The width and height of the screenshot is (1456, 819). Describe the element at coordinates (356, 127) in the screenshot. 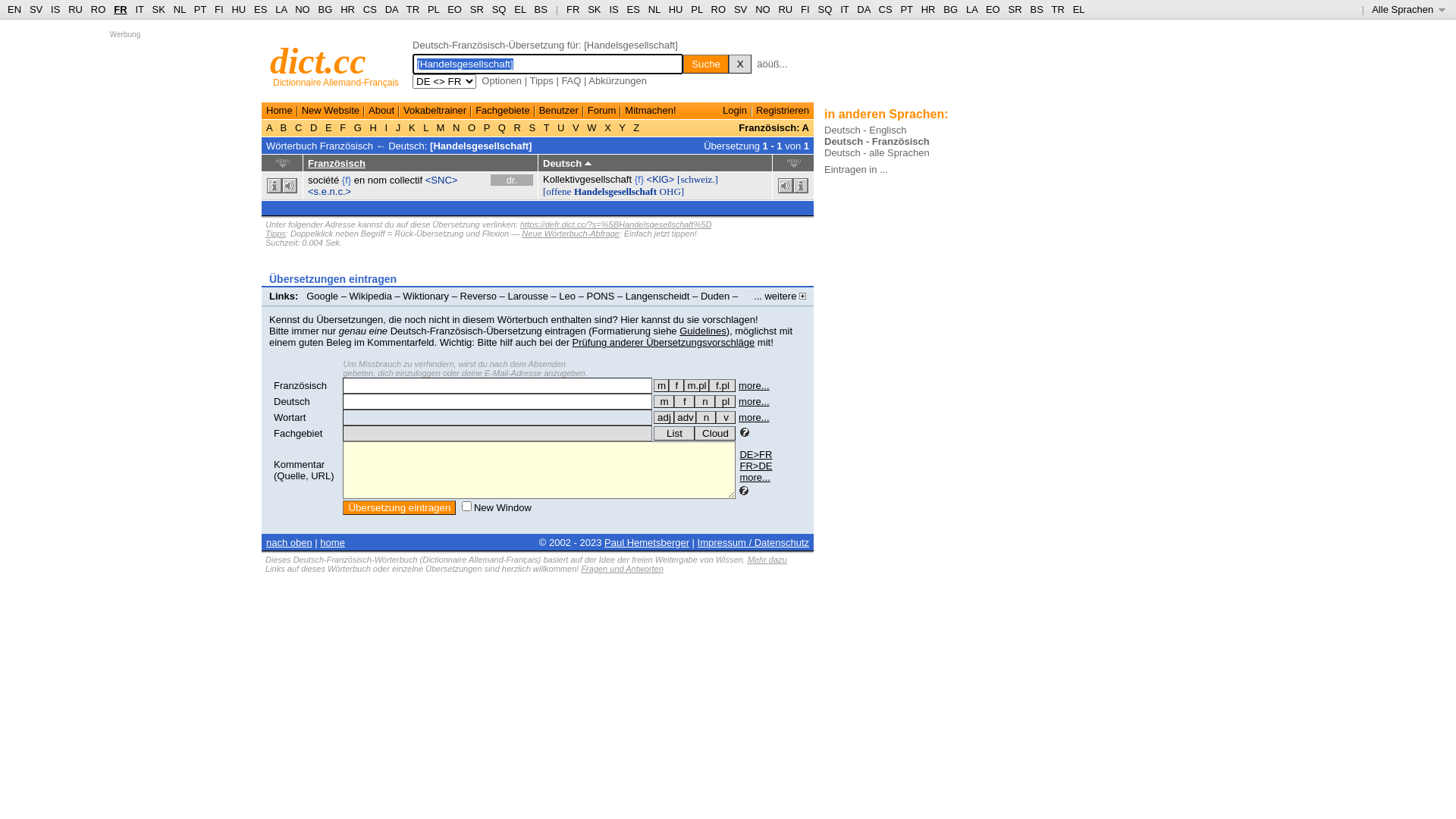

I see `'G'` at that location.